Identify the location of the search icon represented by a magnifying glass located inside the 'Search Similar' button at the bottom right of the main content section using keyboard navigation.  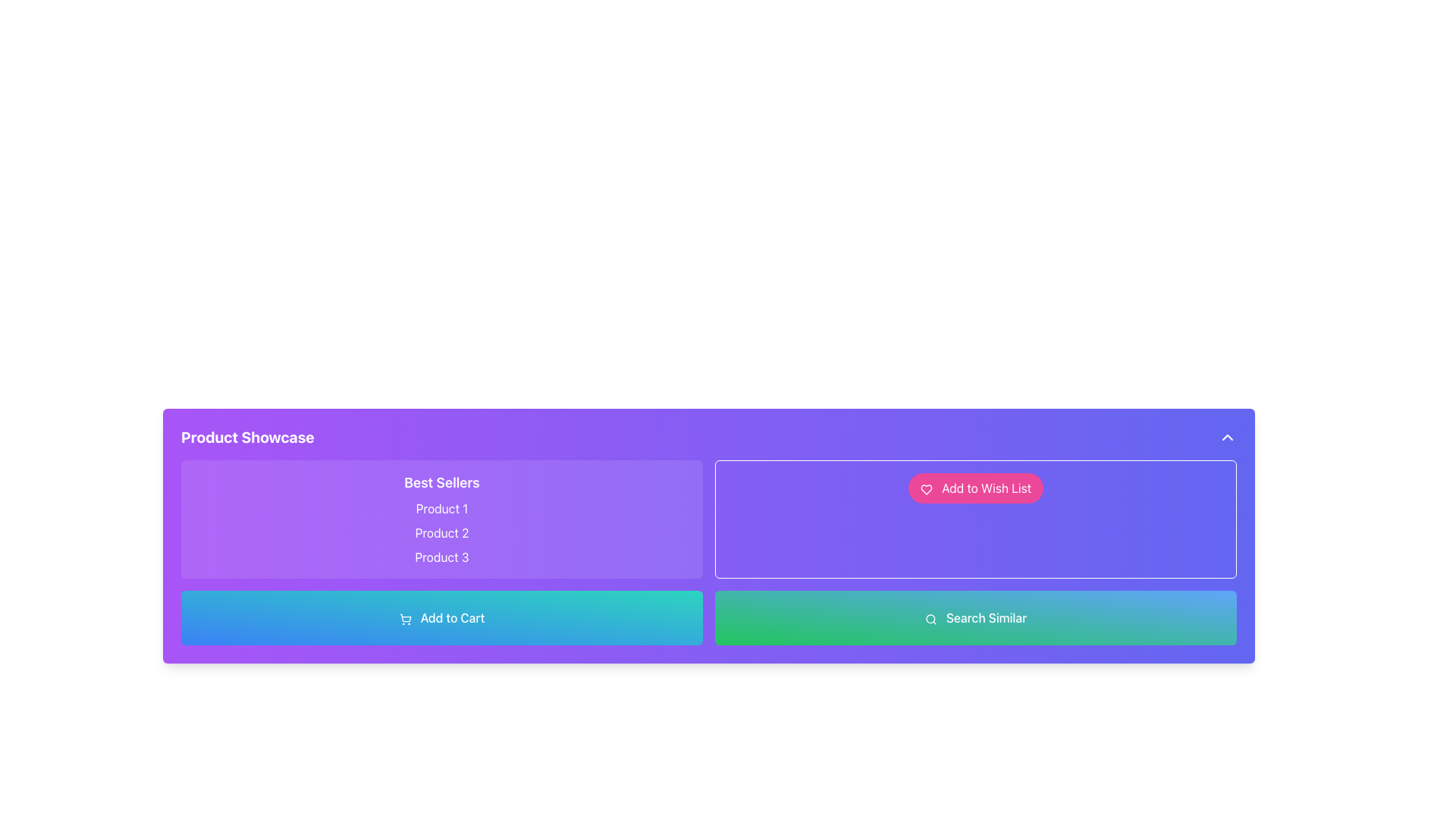
(930, 619).